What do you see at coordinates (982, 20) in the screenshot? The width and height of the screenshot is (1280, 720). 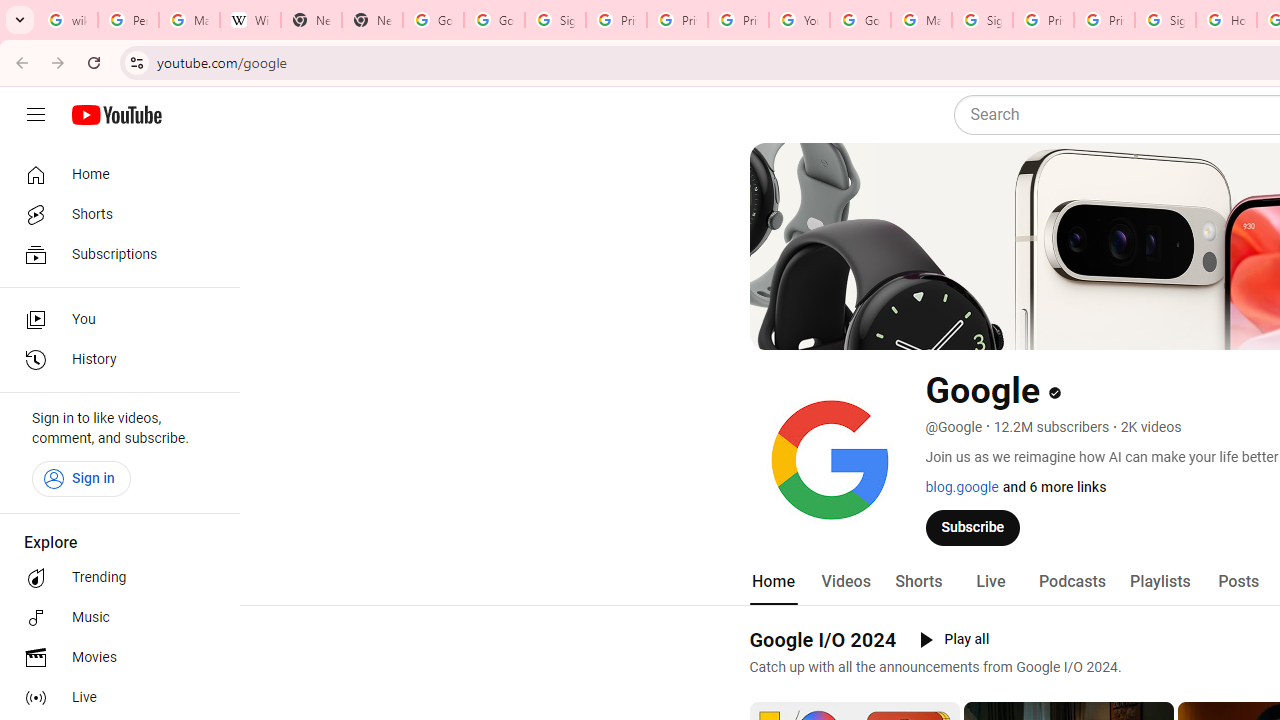 I see `'Sign in - Google Accounts'` at bounding box center [982, 20].